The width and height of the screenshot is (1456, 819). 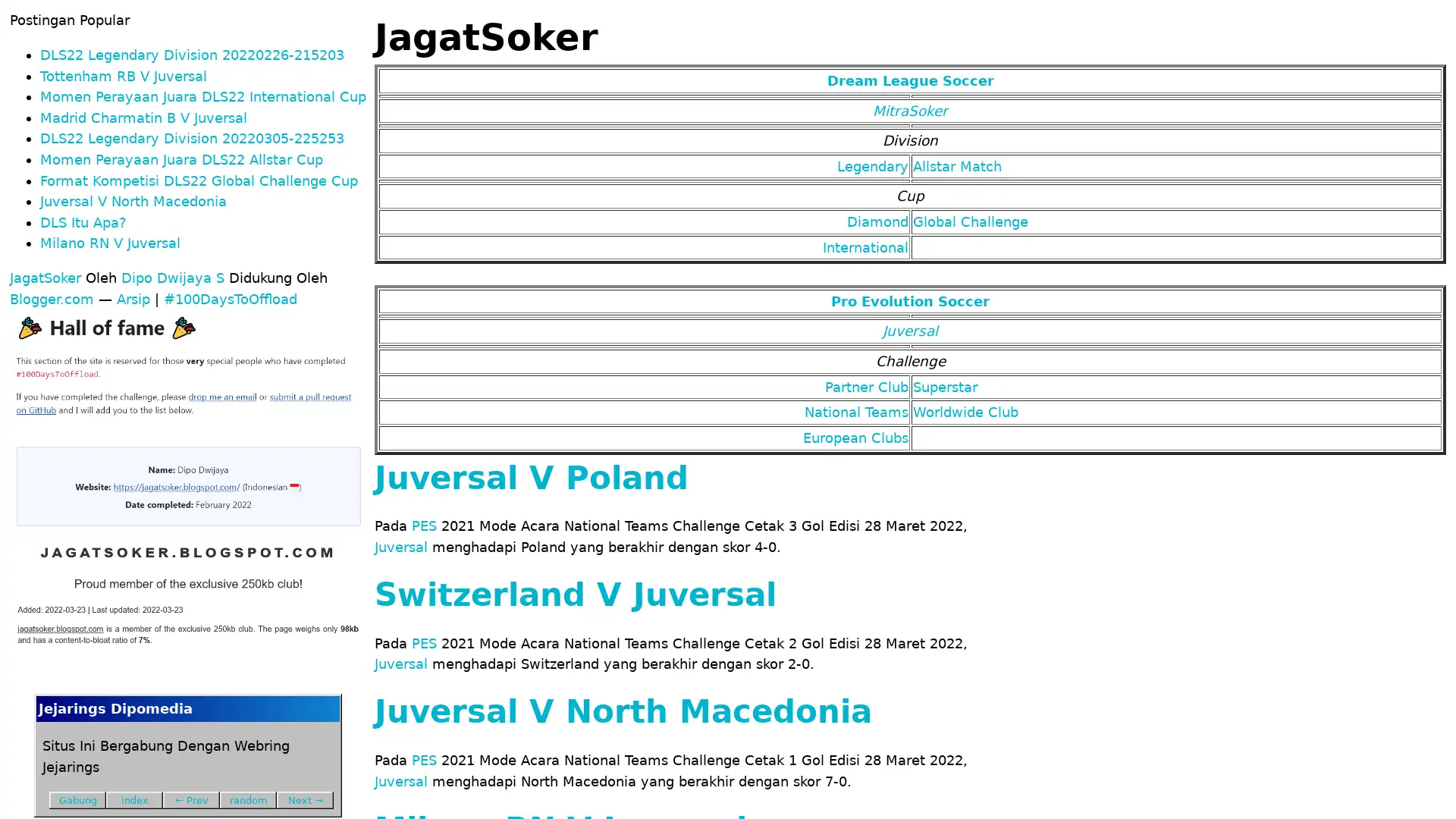 What do you see at coordinates (304, 799) in the screenshot?
I see `Next` at bounding box center [304, 799].